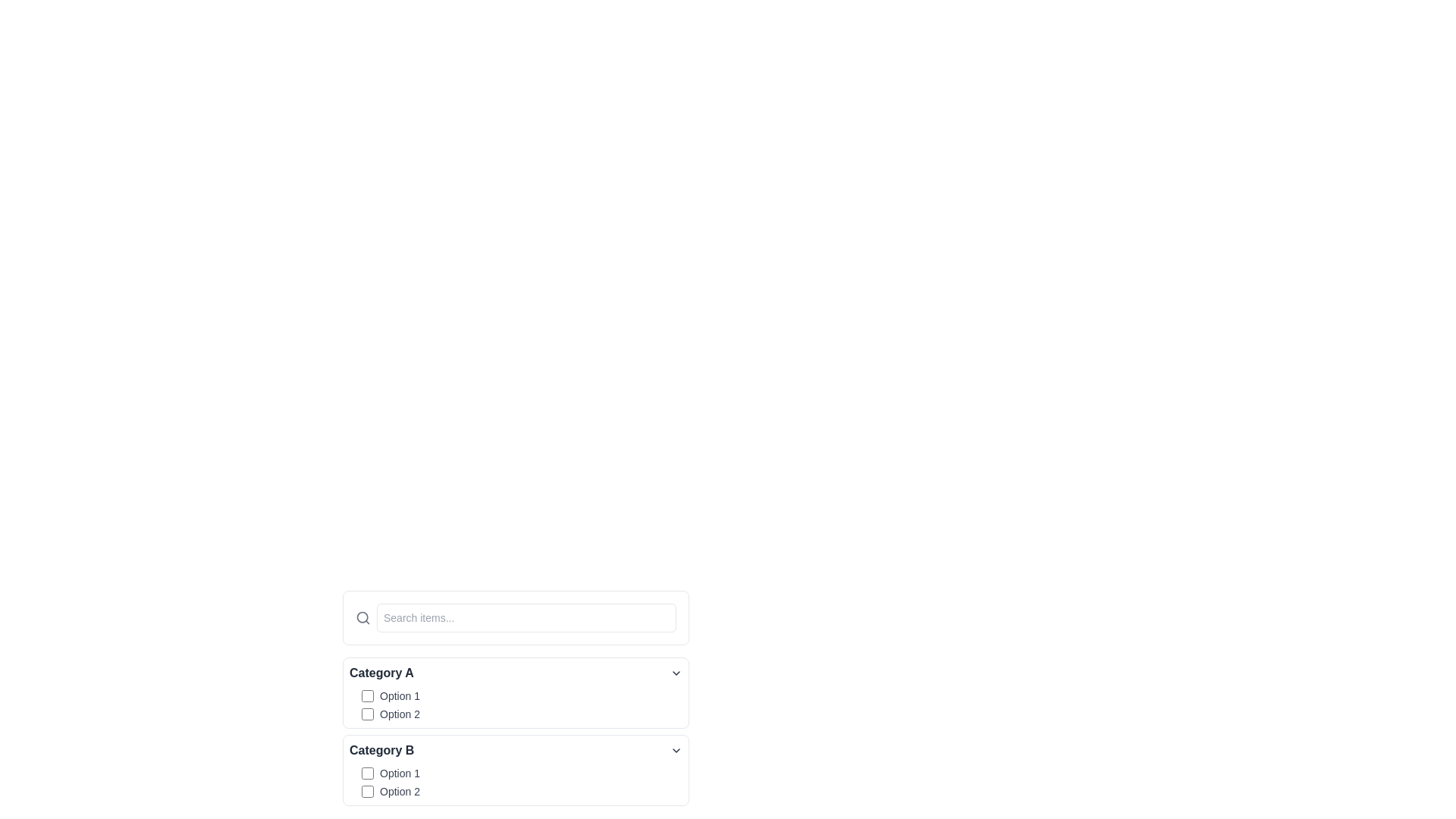 The image size is (1456, 819). What do you see at coordinates (516, 770) in the screenshot?
I see `the checkbox next to 'Option 1' in the Expandable section titled 'Category B'` at bounding box center [516, 770].